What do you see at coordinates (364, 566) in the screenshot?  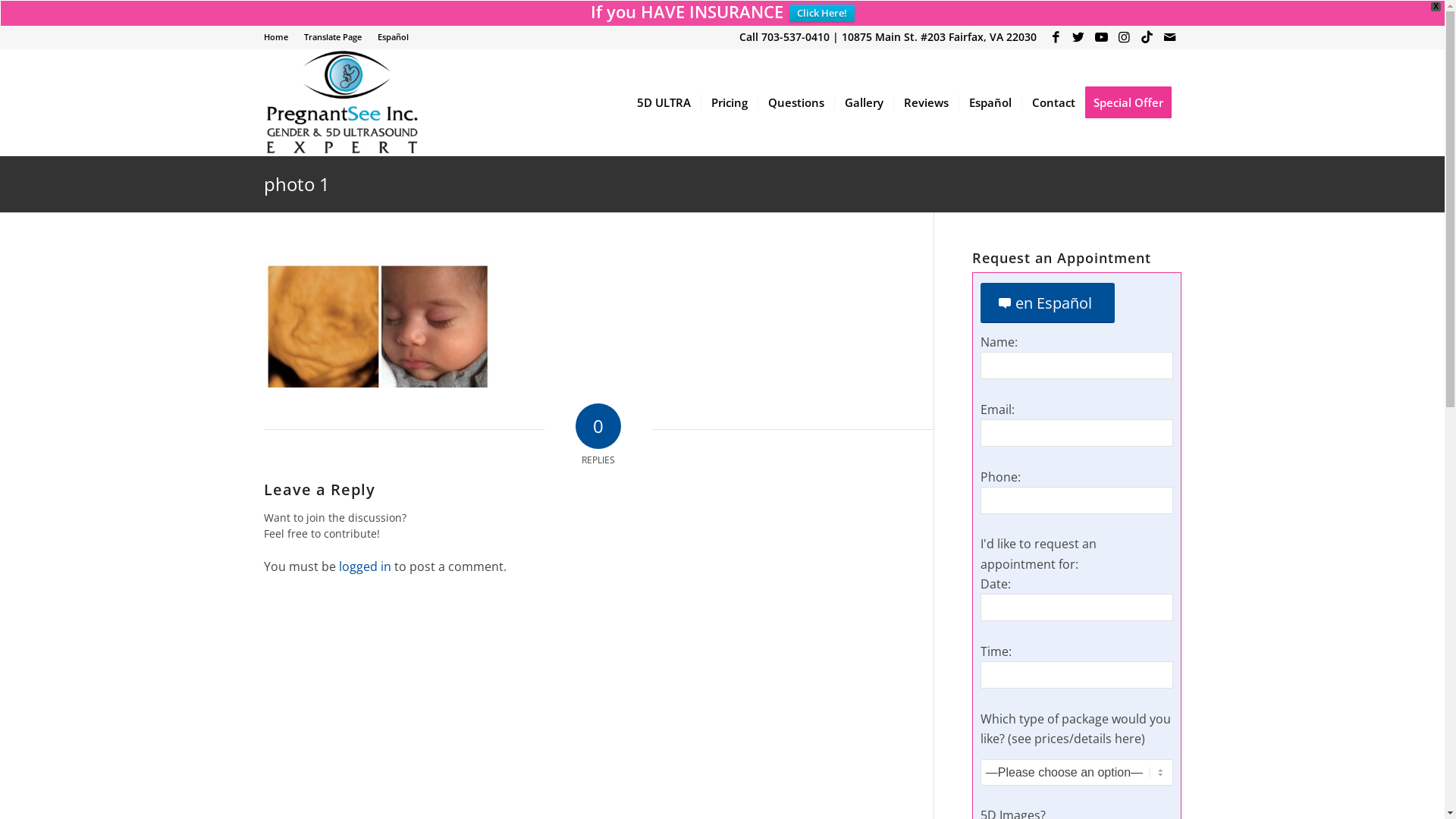 I see `'logged in'` at bounding box center [364, 566].